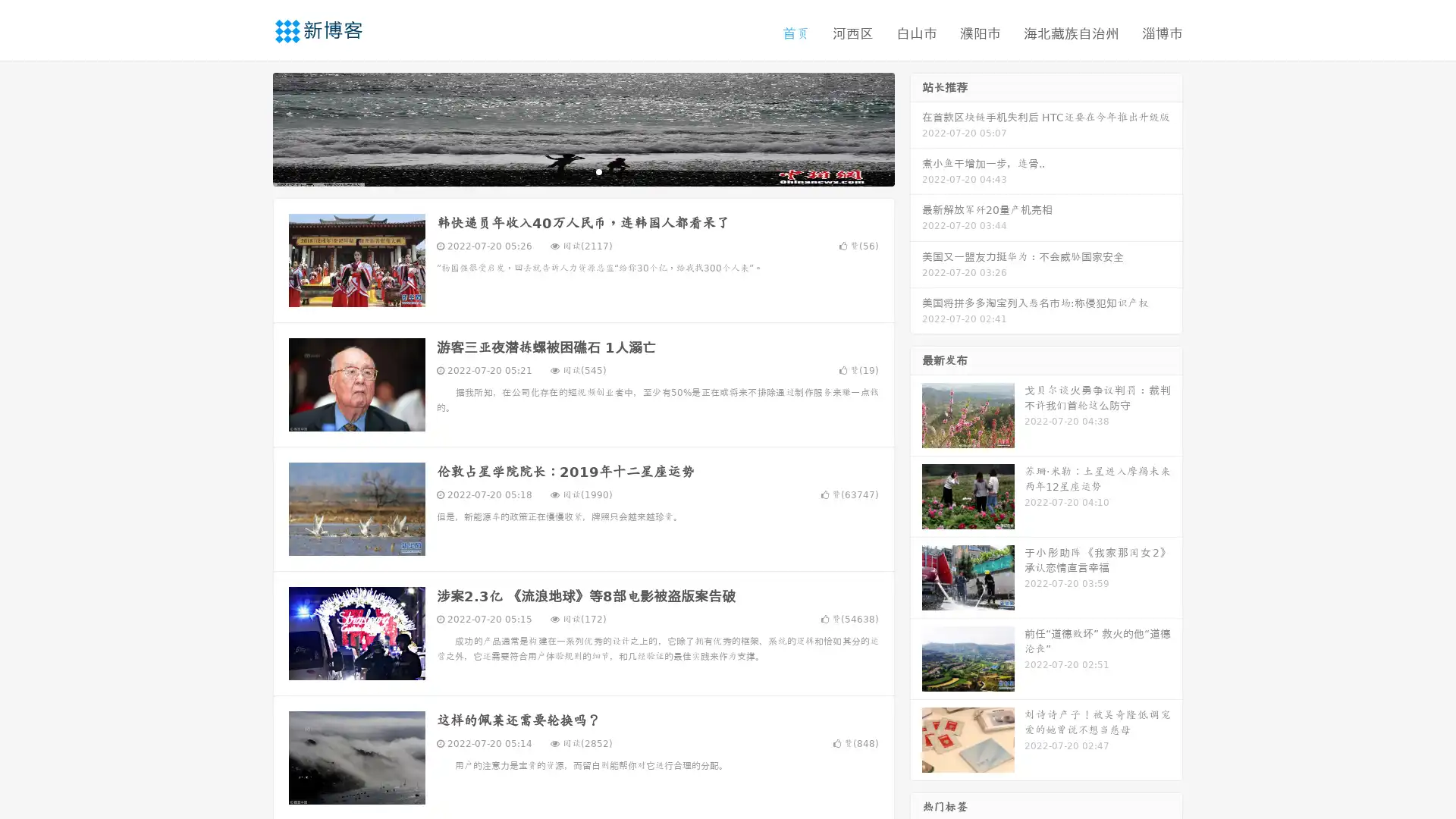 This screenshot has height=819, width=1456. I want to click on Go to slide 3, so click(598, 171).